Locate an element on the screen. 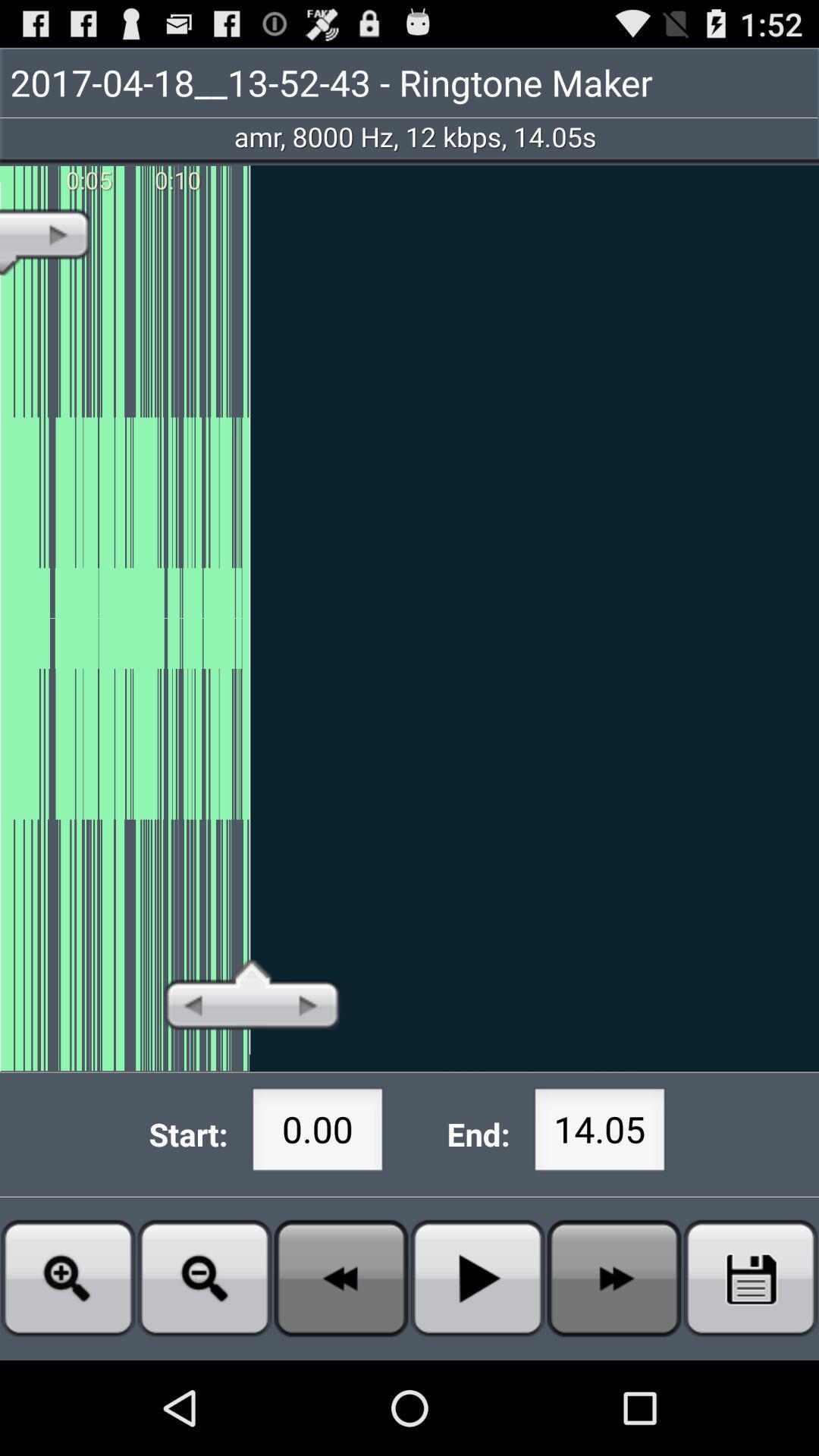 This screenshot has height=1456, width=819. the music clip is located at coordinates (751, 1277).